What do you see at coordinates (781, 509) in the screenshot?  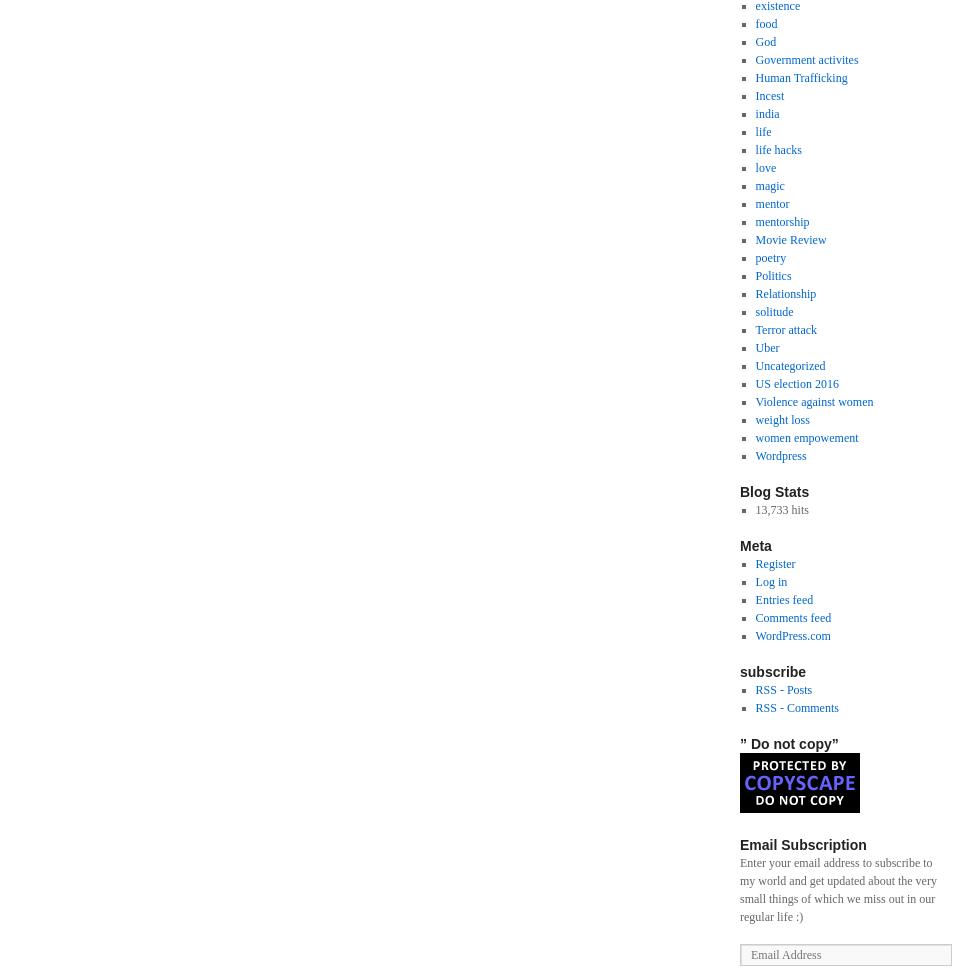 I see `'13,733 hits'` at bounding box center [781, 509].